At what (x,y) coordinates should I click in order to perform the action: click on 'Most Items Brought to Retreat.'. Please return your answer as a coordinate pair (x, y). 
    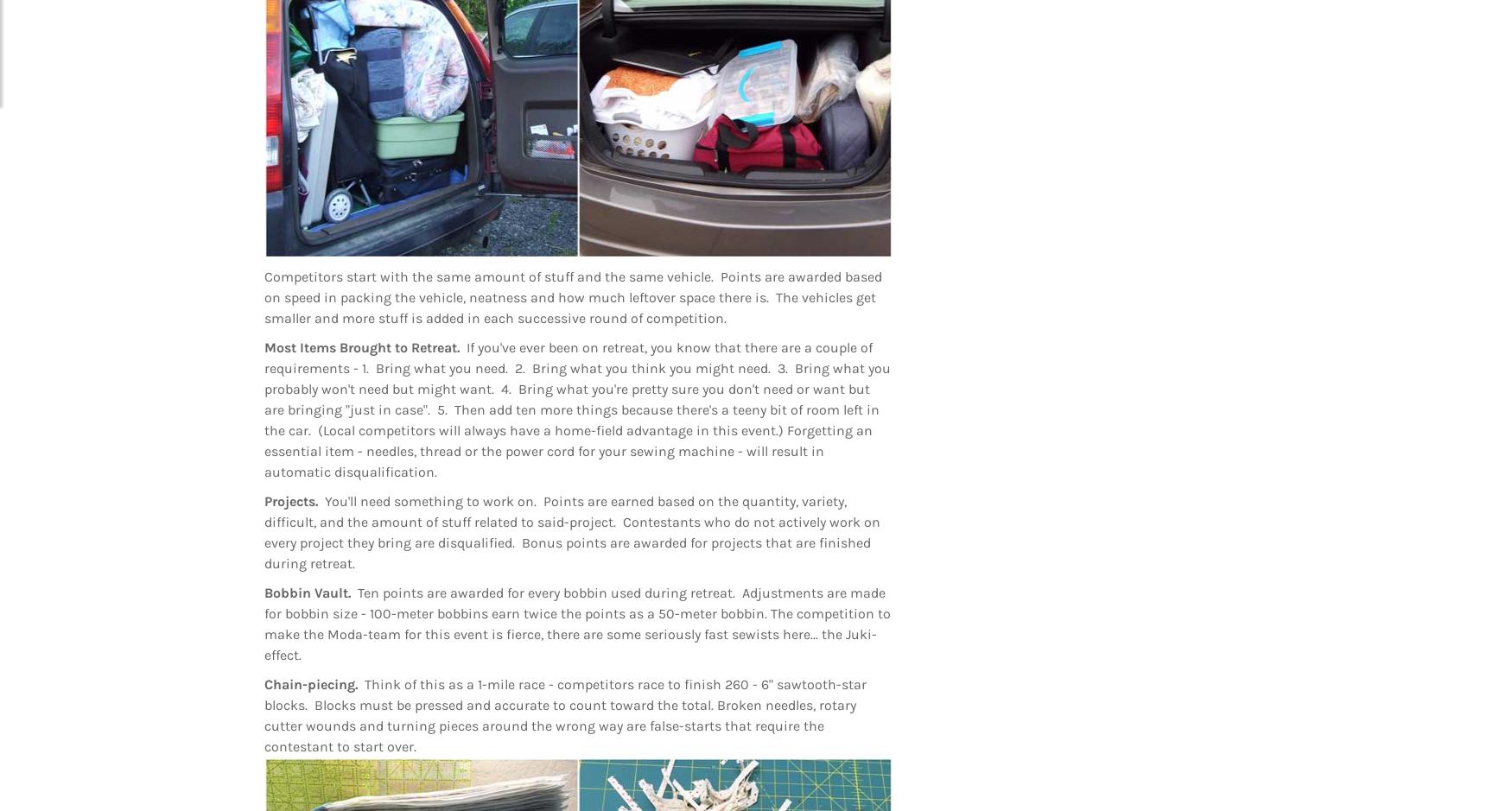
    Looking at the image, I should click on (264, 346).